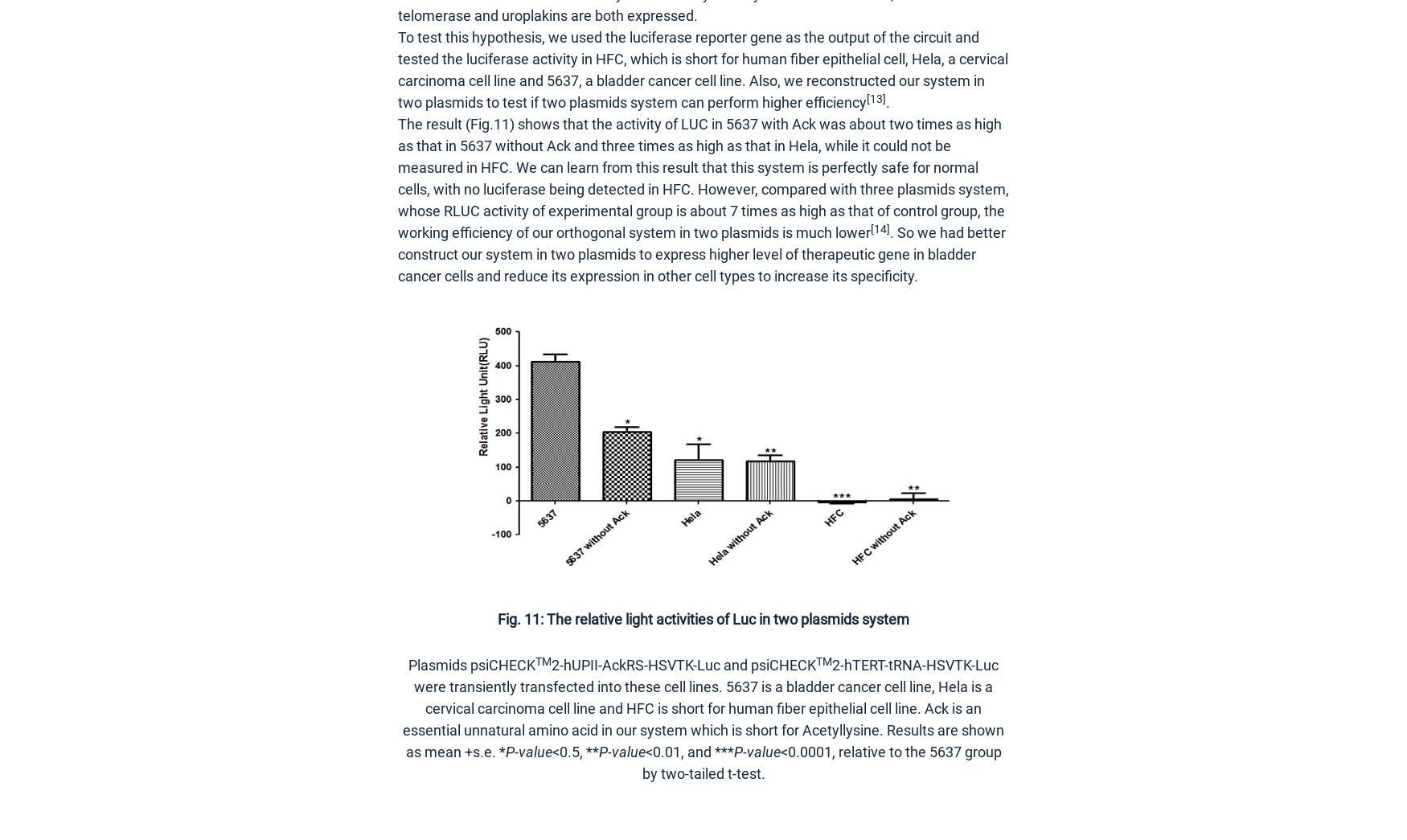 The height and width of the screenshot is (840, 1407). I want to click on '[14]', so click(880, 227).